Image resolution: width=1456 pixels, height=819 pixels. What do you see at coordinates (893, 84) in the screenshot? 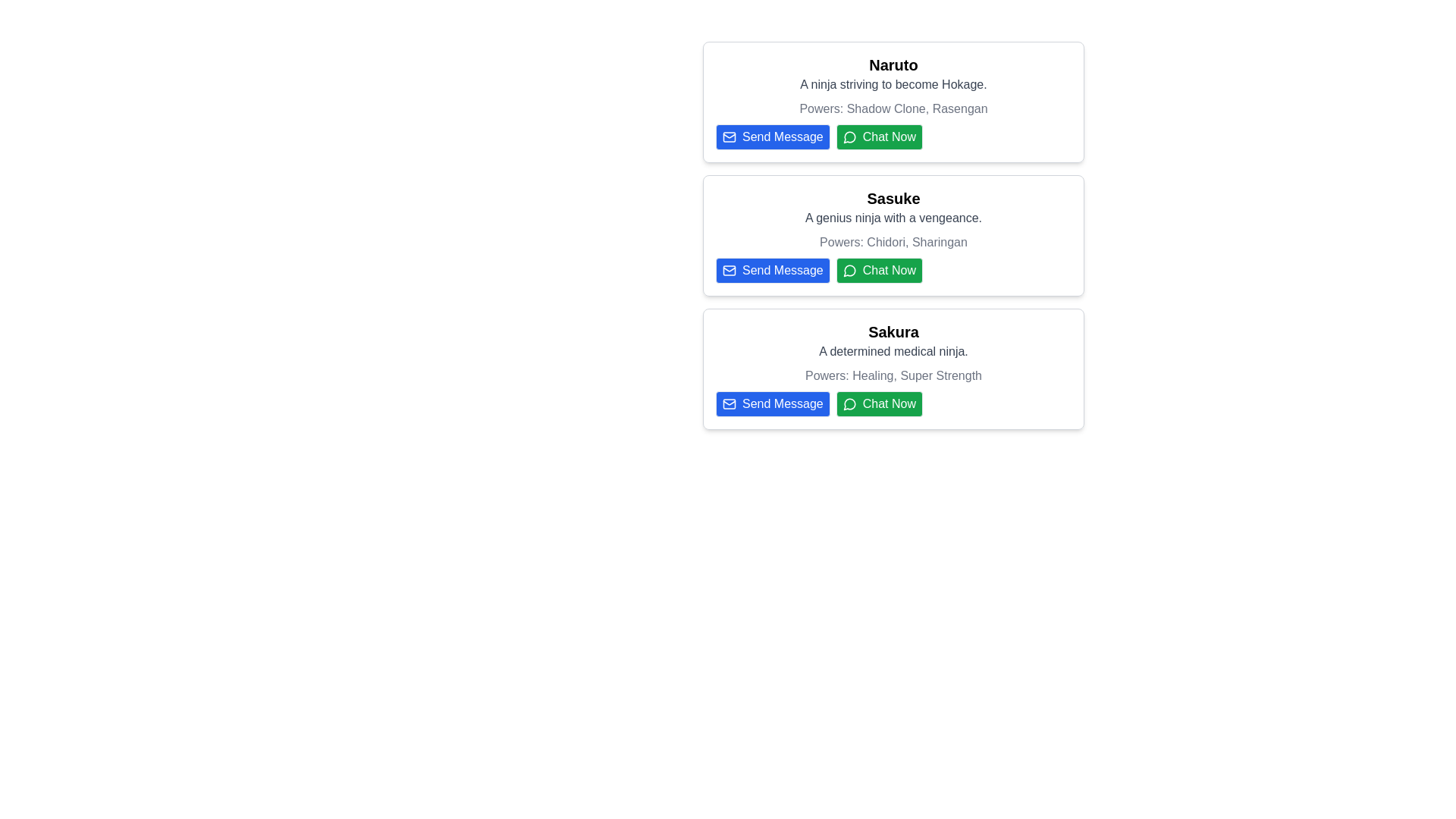
I see `the static text label providing contextual information about the character 'Naruto', which is positioned below the title 'Naruto' and above the 'Powers' text` at bounding box center [893, 84].